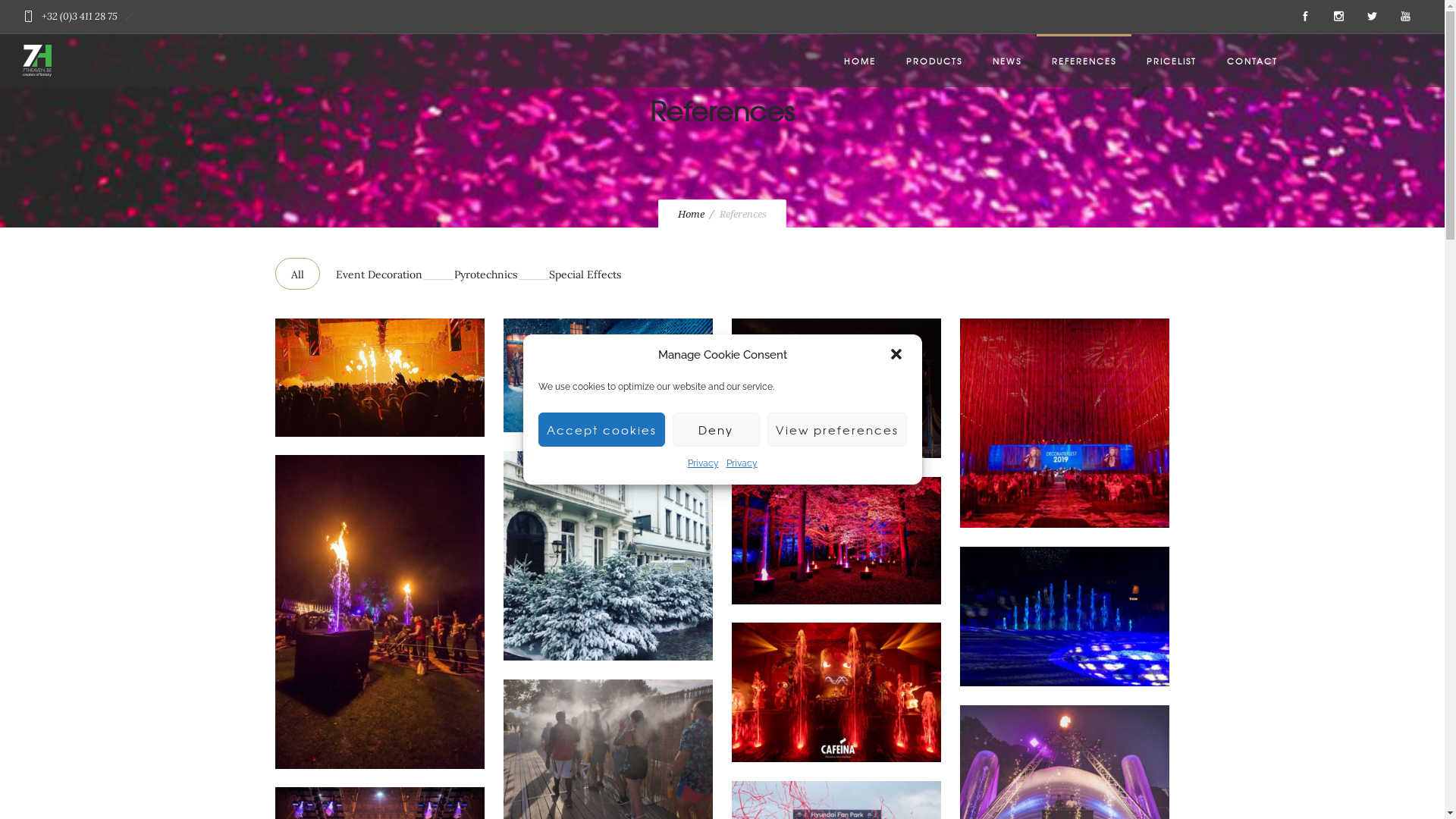  I want to click on 'PRICELIST', so click(1171, 60).